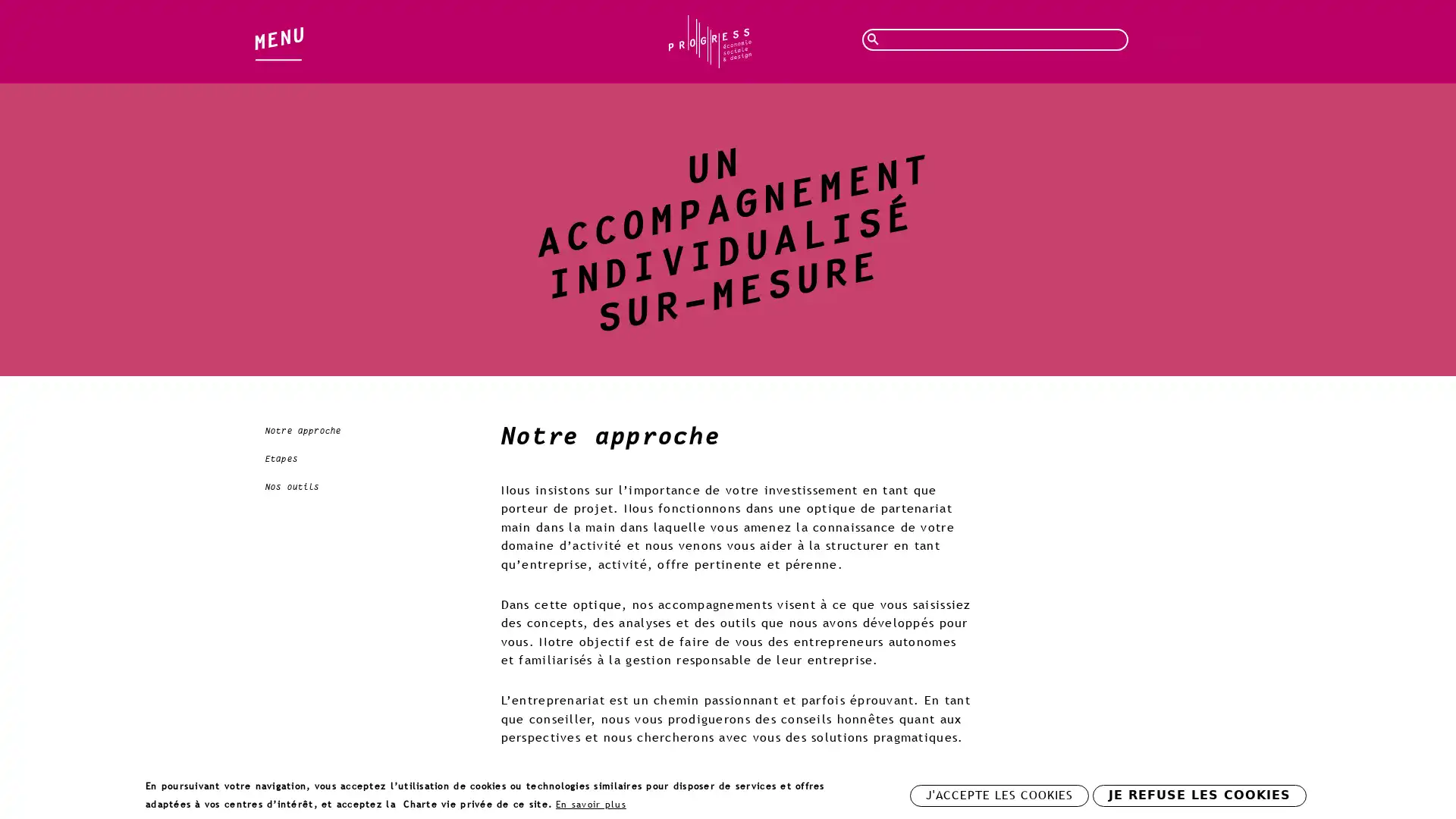  Describe the element at coordinates (1199, 795) in the screenshot. I see `JE REFUSE LES COOKIES` at that location.